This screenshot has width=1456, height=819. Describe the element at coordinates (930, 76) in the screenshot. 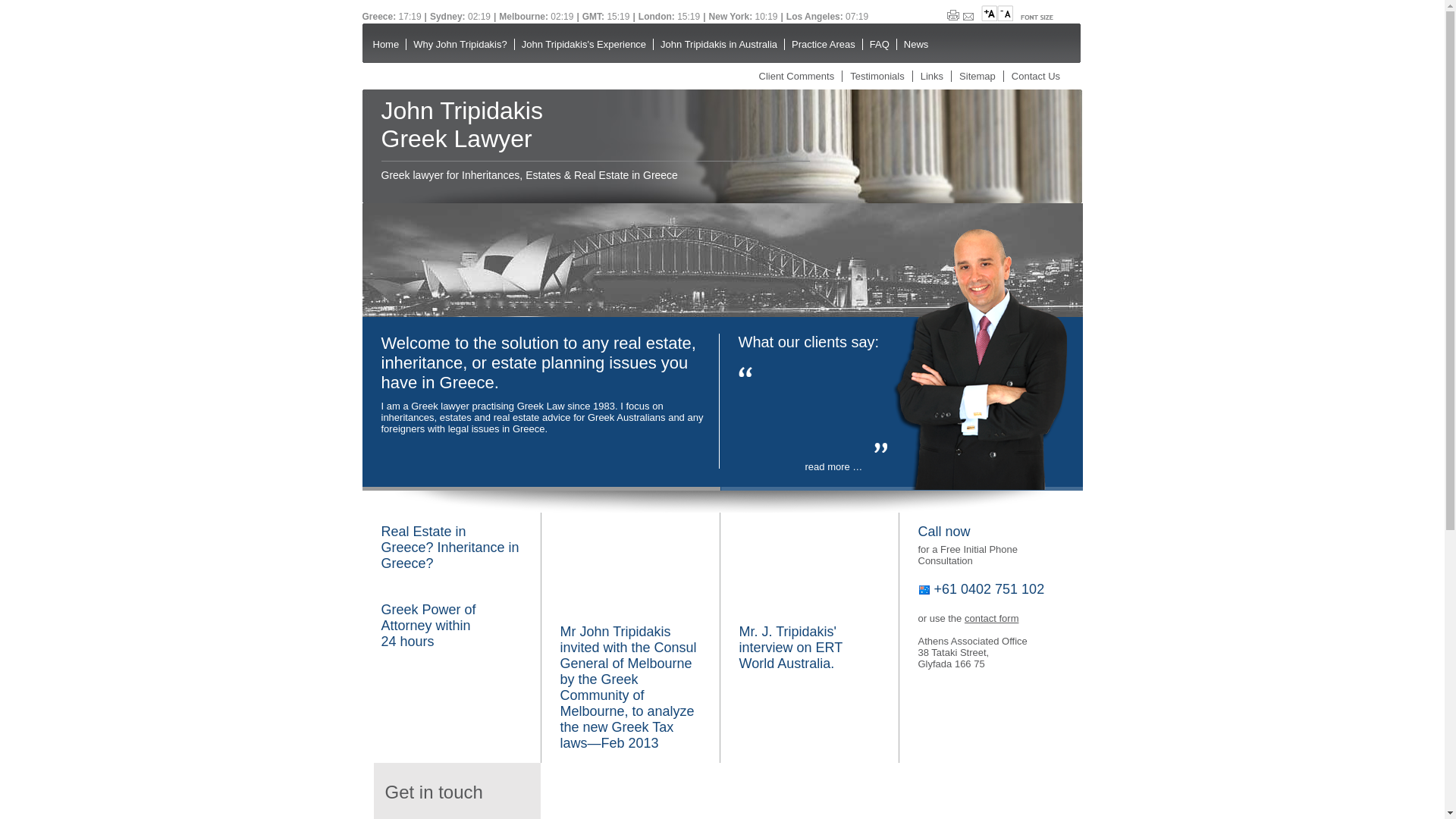

I see `'Links'` at that location.